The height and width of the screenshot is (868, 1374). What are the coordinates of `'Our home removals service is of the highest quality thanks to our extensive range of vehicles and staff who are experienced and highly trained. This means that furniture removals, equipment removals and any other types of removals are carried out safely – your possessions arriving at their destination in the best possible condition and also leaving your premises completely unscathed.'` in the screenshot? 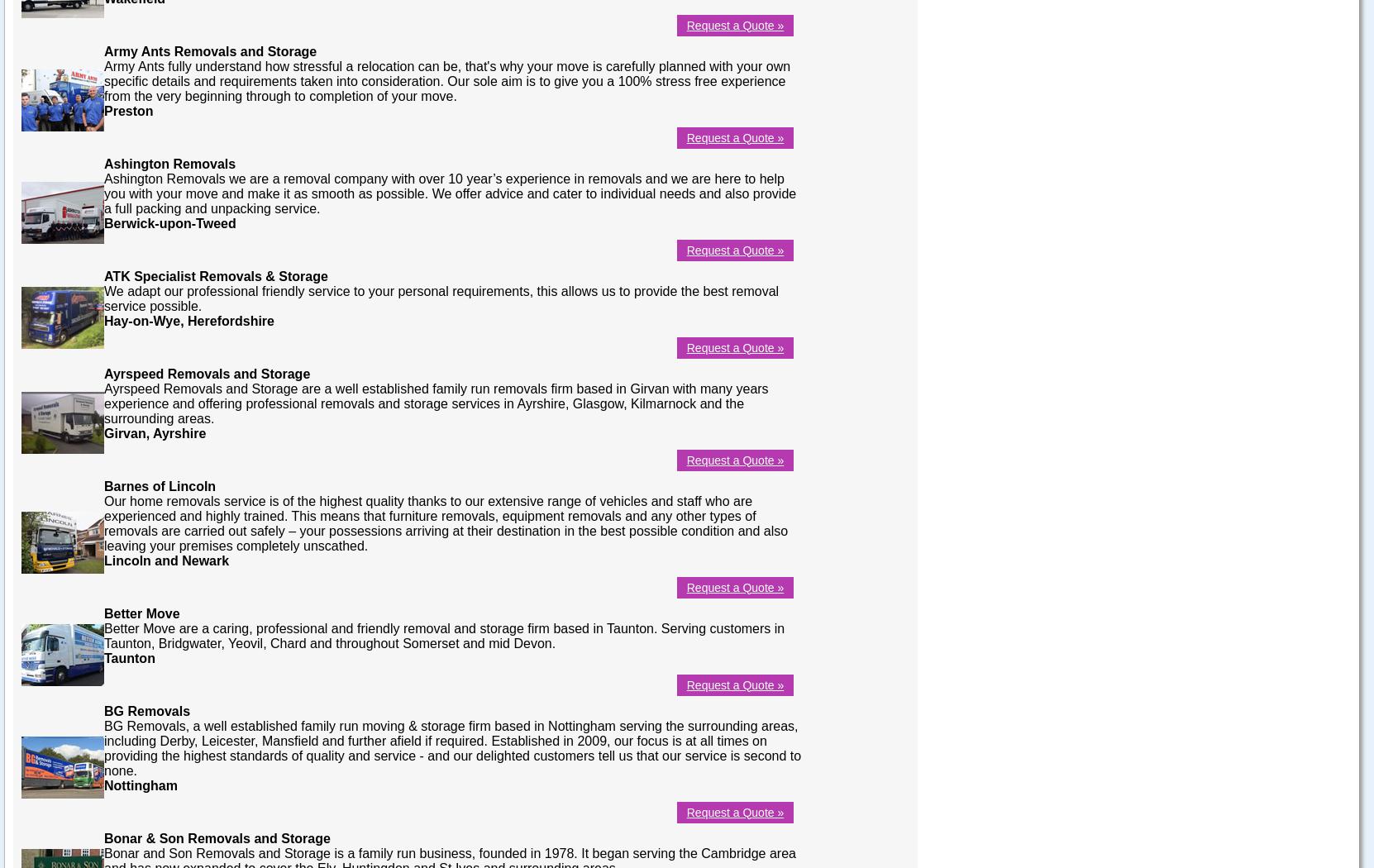 It's located at (103, 522).